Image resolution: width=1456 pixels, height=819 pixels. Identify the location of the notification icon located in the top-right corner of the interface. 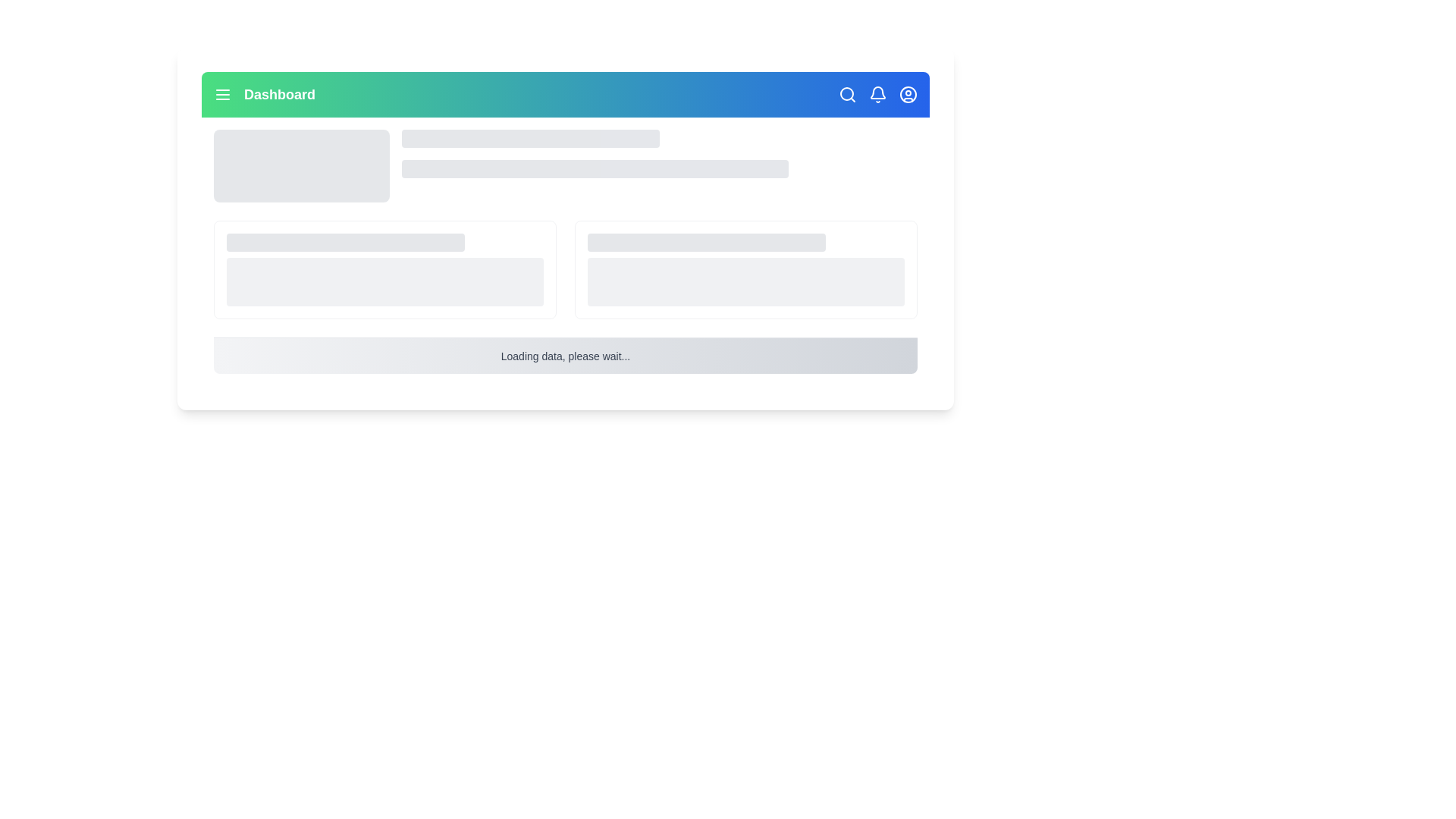
(877, 94).